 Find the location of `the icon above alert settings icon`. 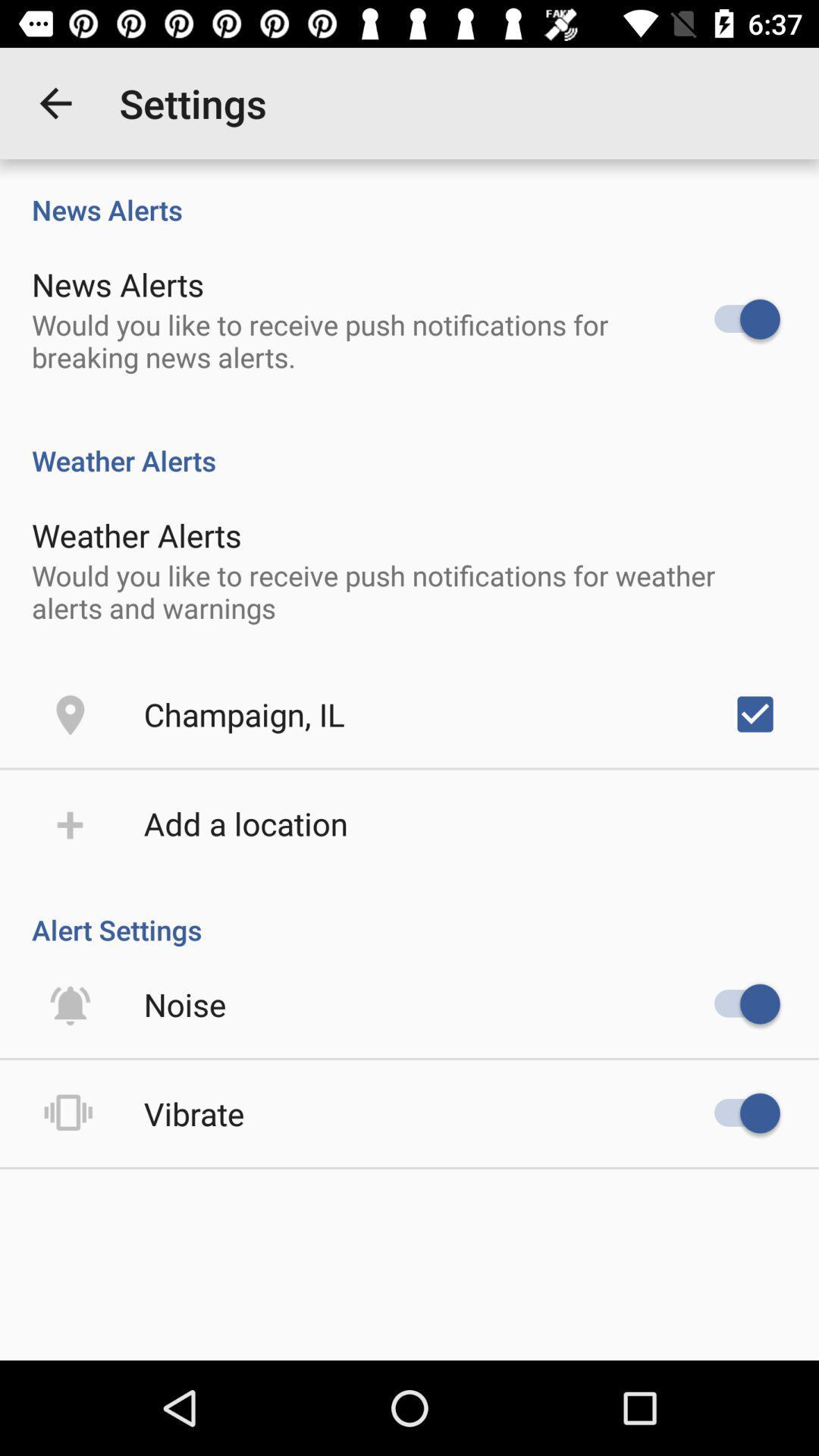

the icon above alert settings icon is located at coordinates (245, 822).